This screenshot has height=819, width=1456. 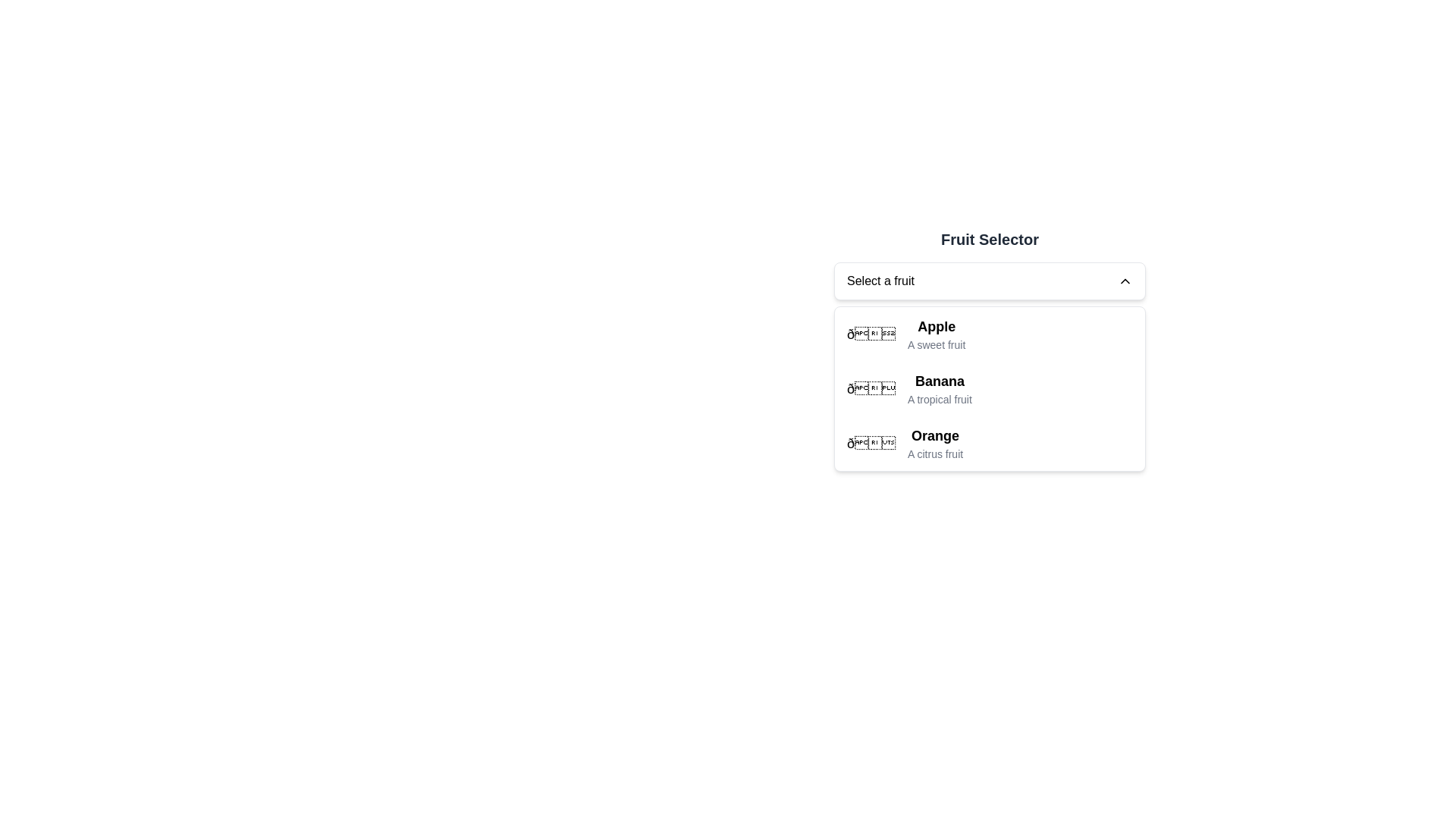 What do you see at coordinates (934, 453) in the screenshot?
I see `the text label displaying 'A citrus fruit', which is styled in a smaller gray font and located below the bold text 'Orange' in the dropdown list` at bounding box center [934, 453].